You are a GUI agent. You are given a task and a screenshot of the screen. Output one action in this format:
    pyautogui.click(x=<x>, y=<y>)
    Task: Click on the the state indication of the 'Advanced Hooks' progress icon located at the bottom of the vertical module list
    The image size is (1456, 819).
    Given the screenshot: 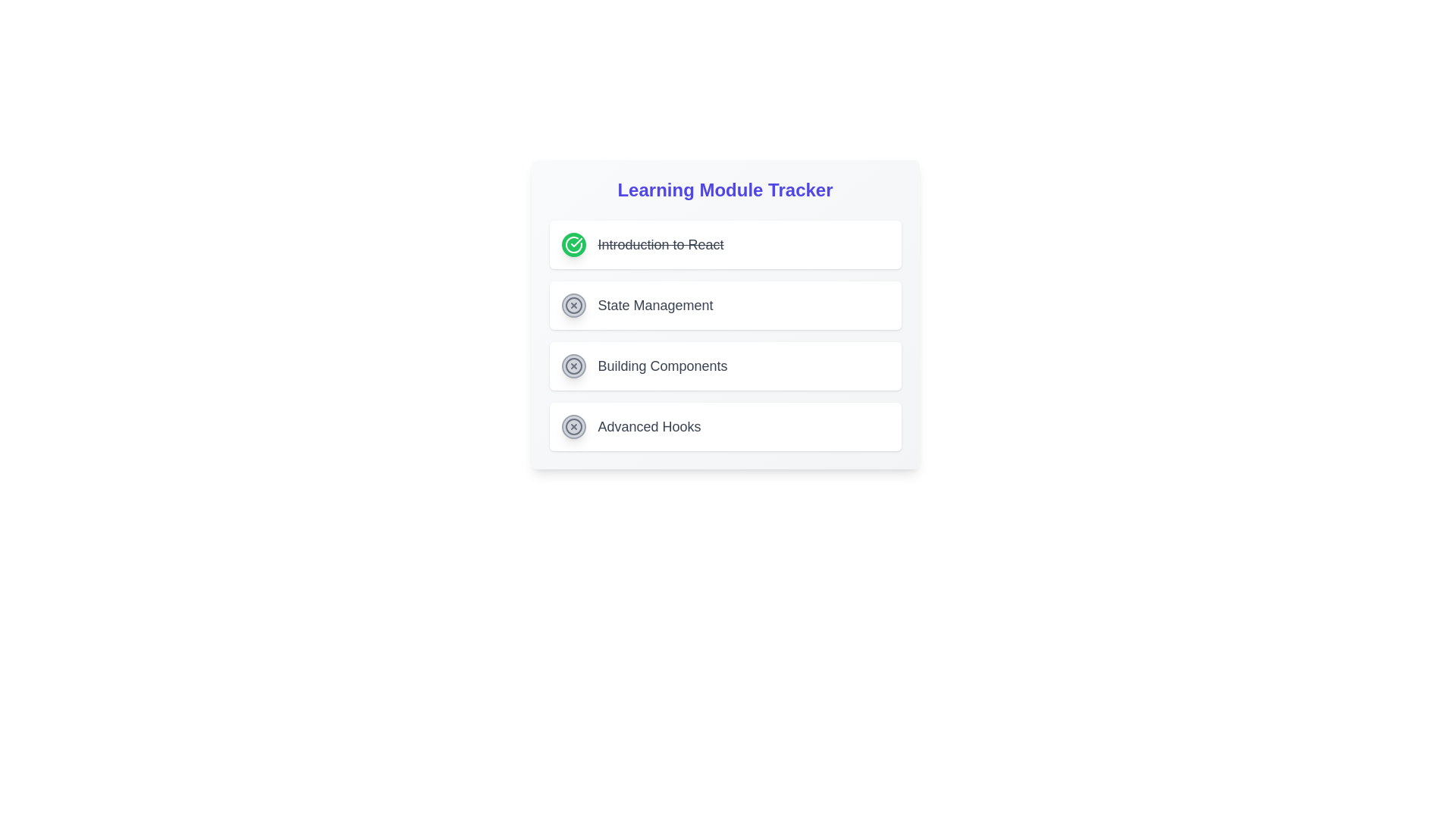 What is the action you would take?
    pyautogui.click(x=573, y=427)
    